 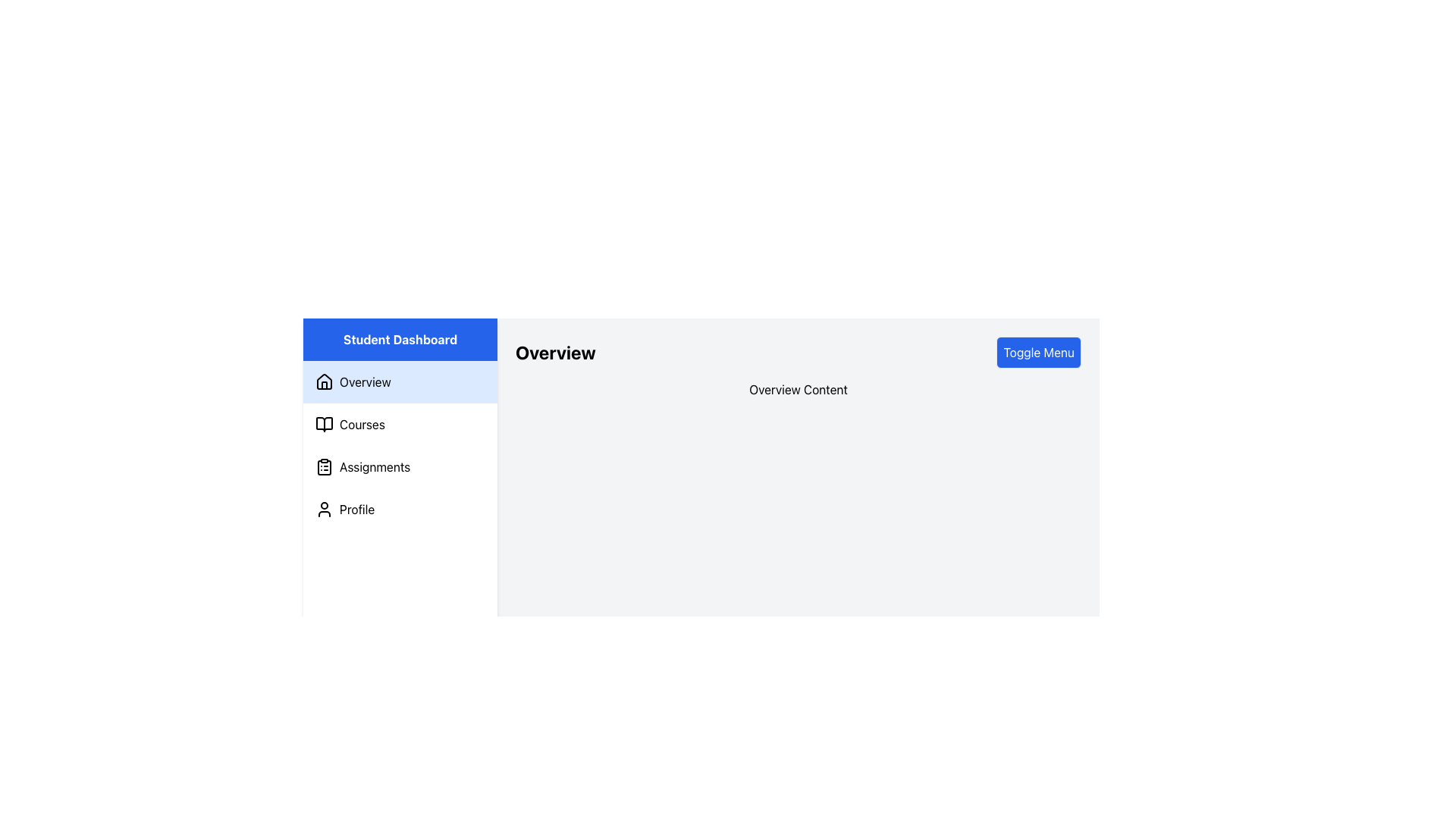 What do you see at coordinates (361, 424) in the screenshot?
I see `the 'Courses' text label in the sidebar menu` at bounding box center [361, 424].